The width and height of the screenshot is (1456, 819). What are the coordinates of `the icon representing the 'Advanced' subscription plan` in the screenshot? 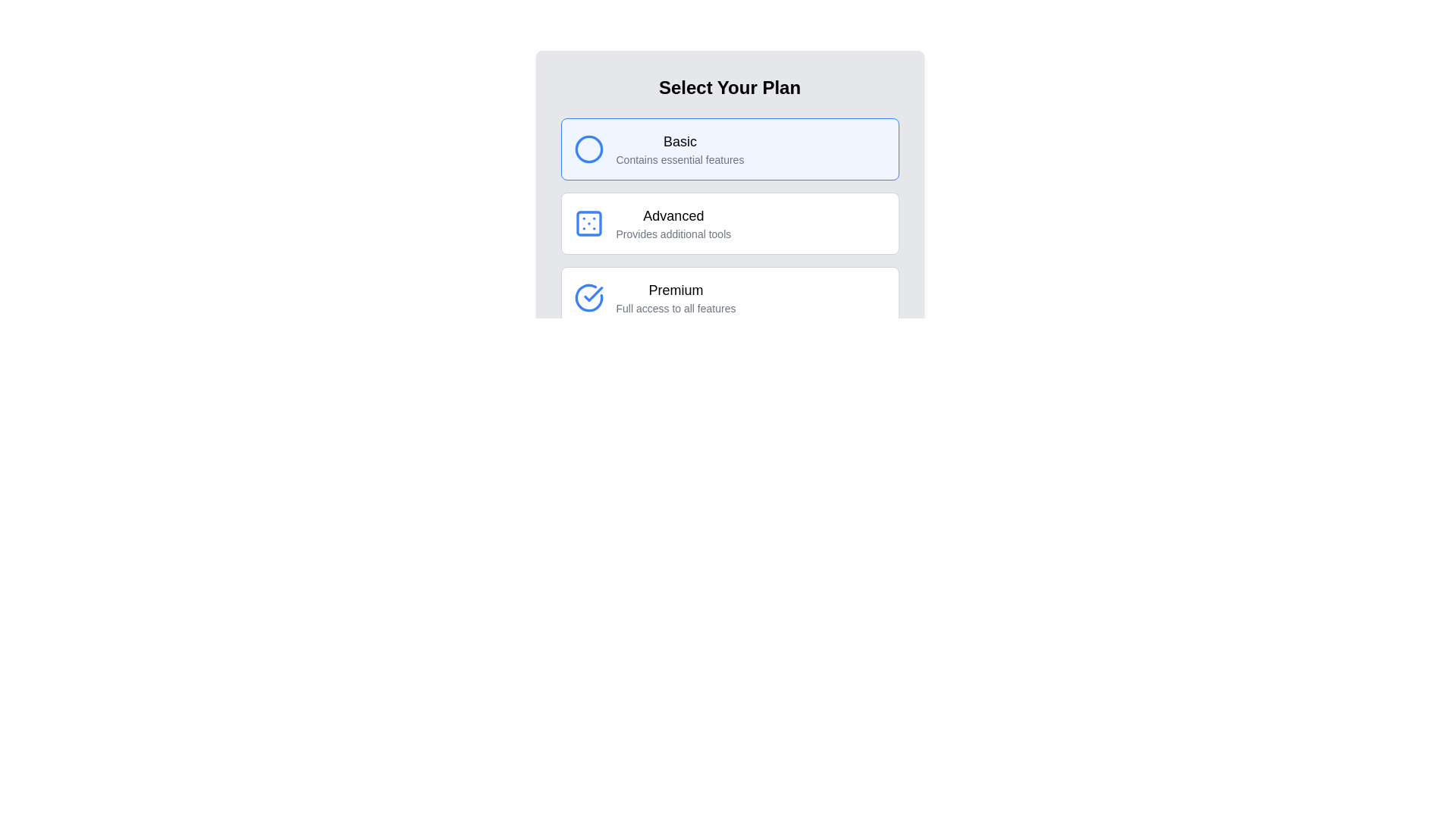 It's located at (588, 223).